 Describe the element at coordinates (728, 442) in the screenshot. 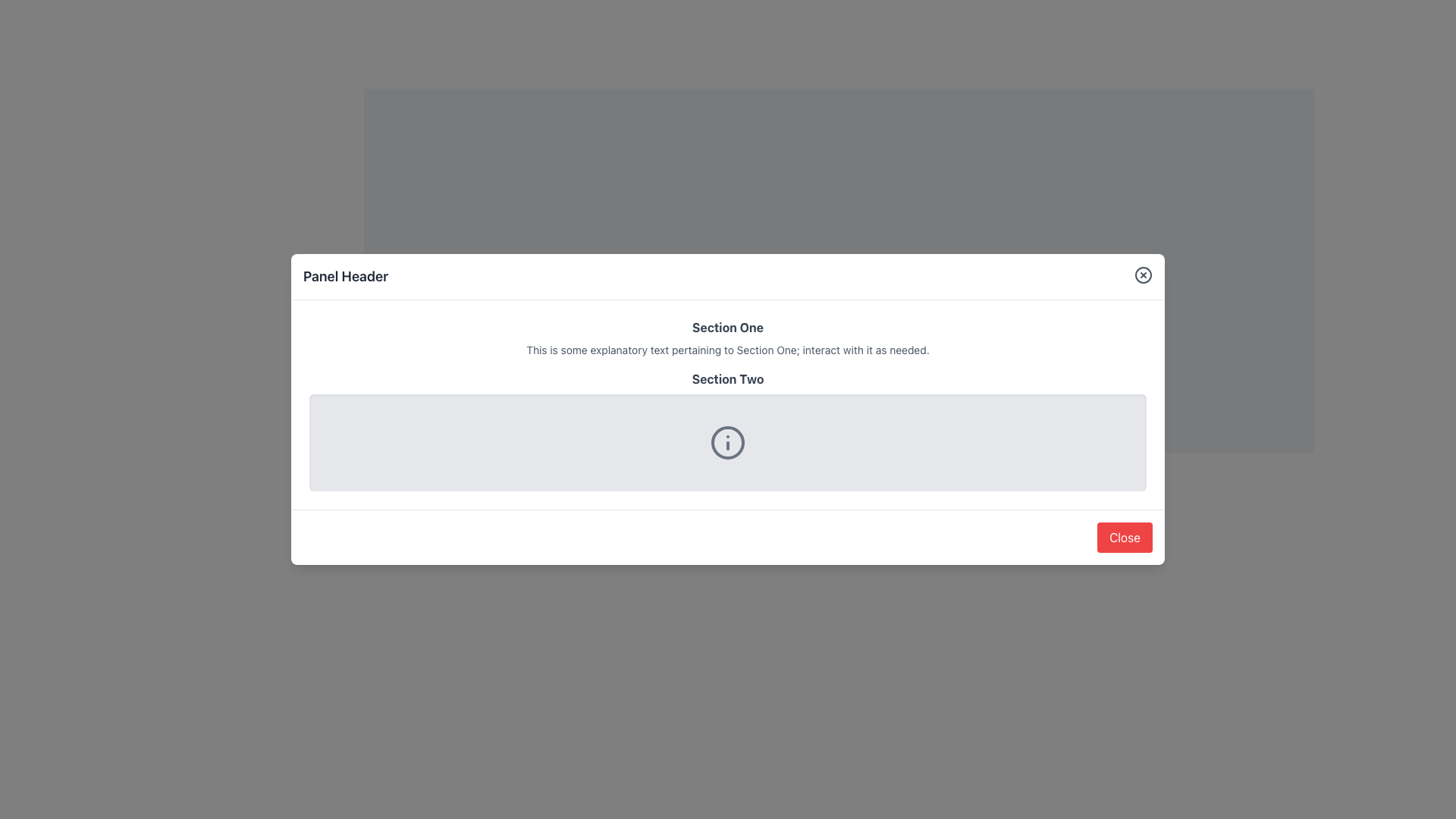

I see `the informative graphical icon located in the center of 'Section Two' area of the interface` at that location.